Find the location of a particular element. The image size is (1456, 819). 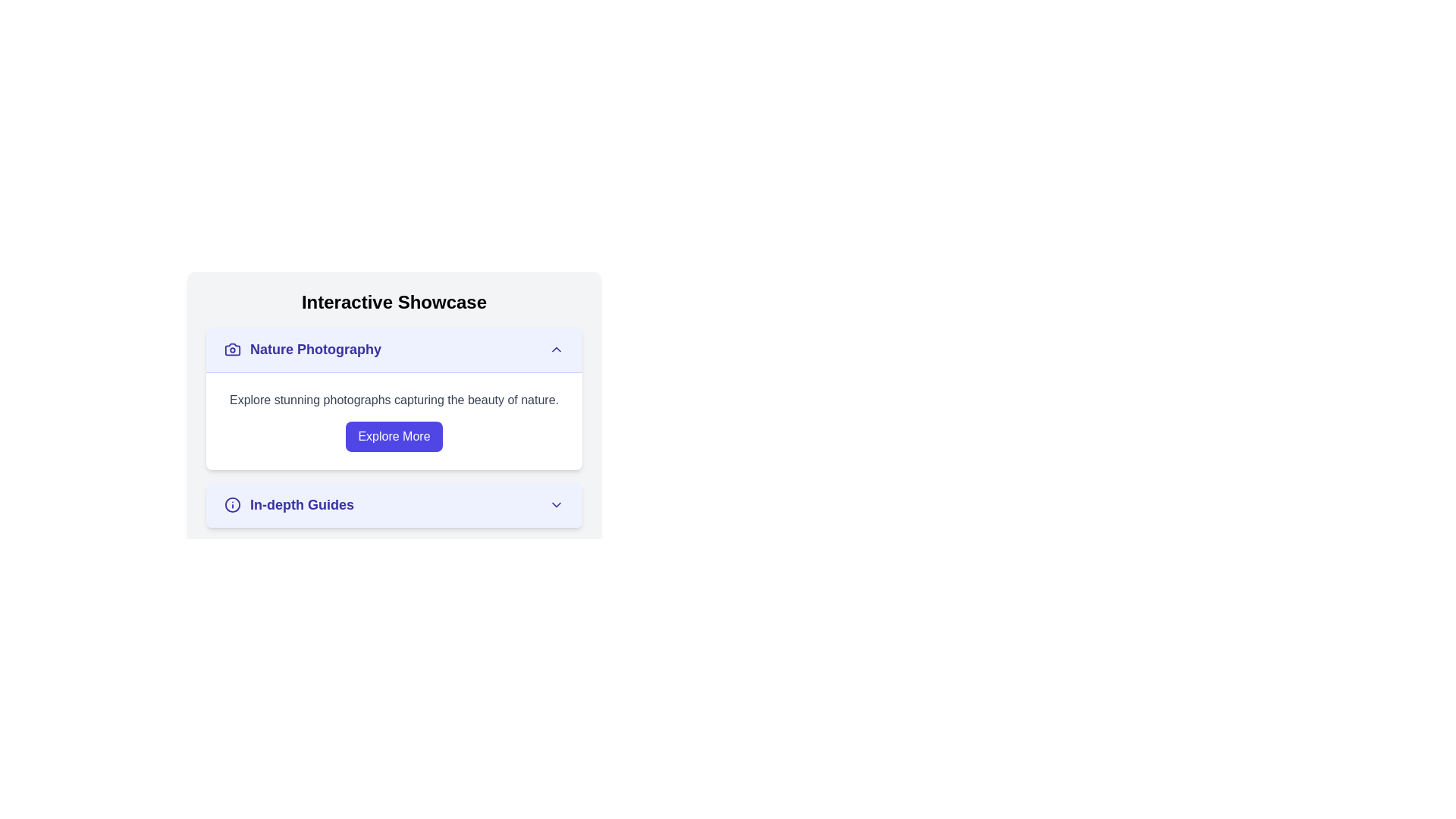

the icon that provides additional information or instructions in the 'In-depth Guides' section of the 'Interactive Showcase' is located at coordinates (232, 505).